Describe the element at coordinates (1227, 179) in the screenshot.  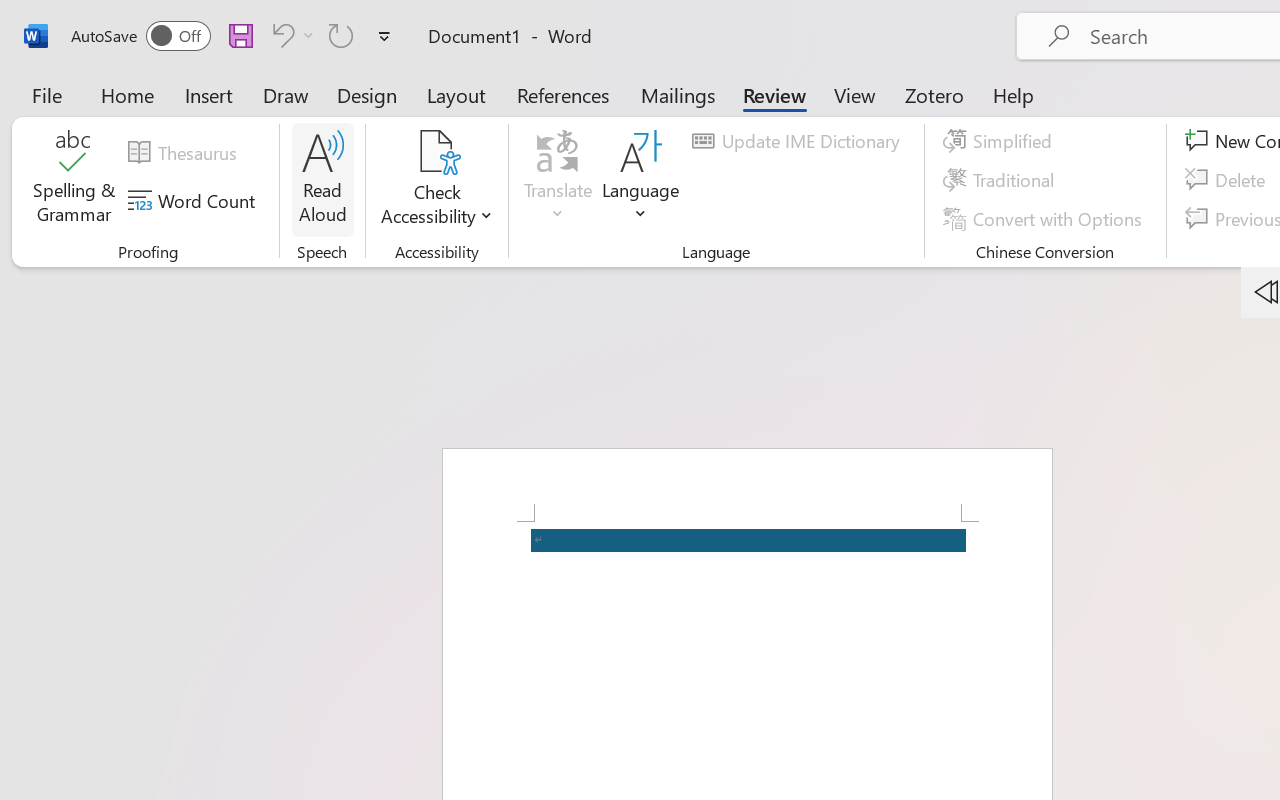
I see `'Delete'` at that location.